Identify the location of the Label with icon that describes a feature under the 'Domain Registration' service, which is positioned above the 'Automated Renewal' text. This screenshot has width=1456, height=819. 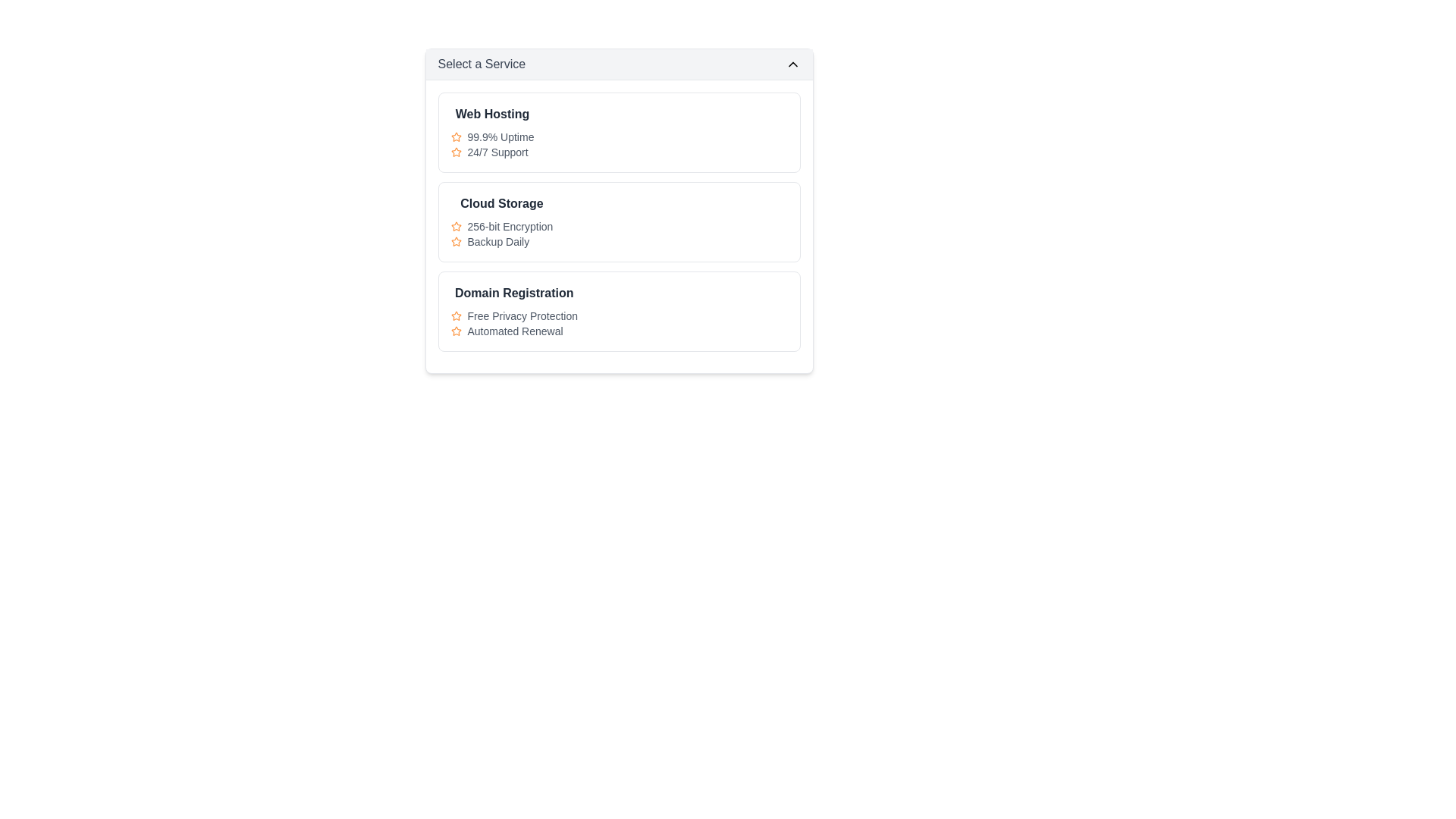
(514, 315).